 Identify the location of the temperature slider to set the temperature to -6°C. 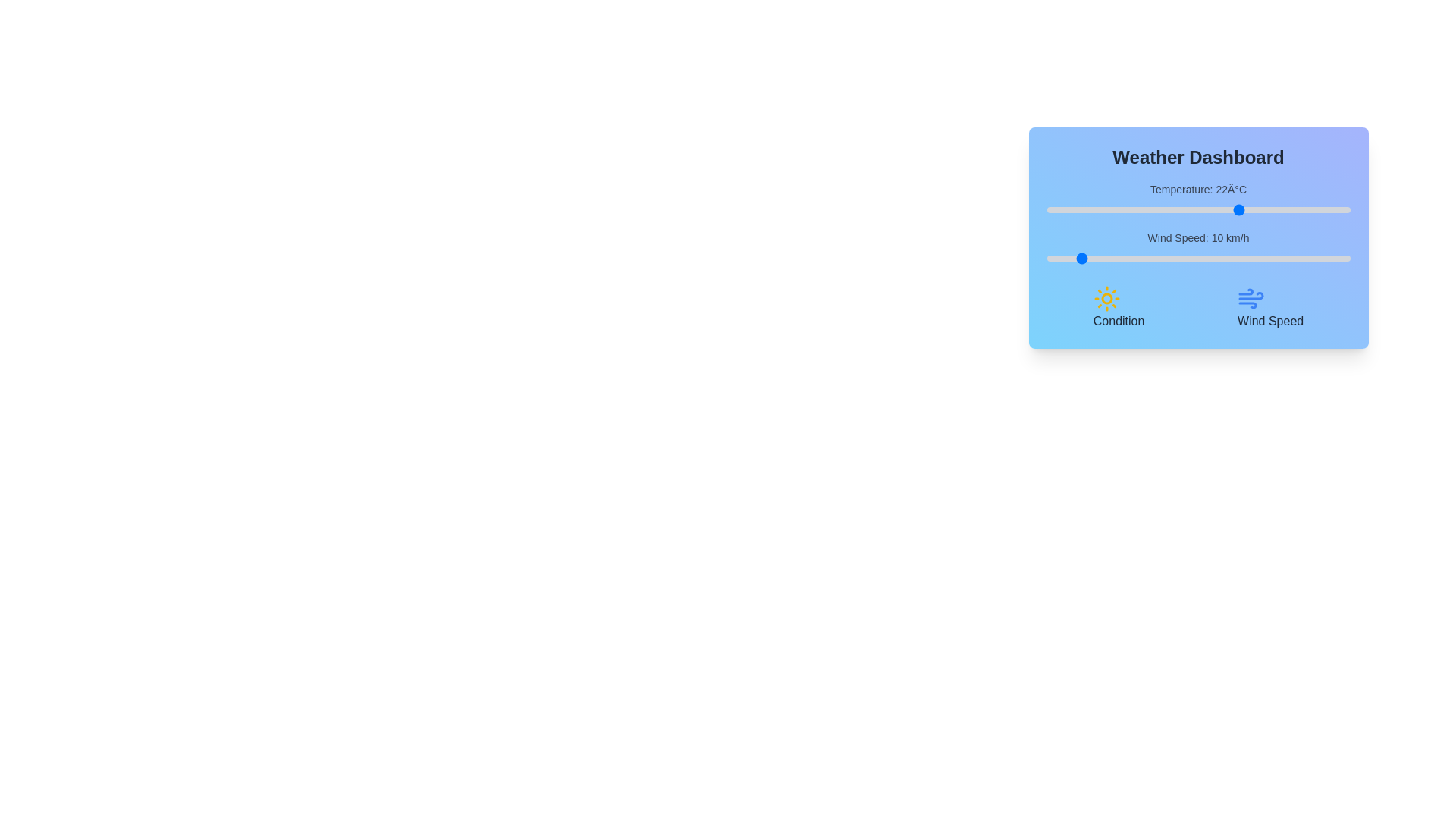
(1070, 210).